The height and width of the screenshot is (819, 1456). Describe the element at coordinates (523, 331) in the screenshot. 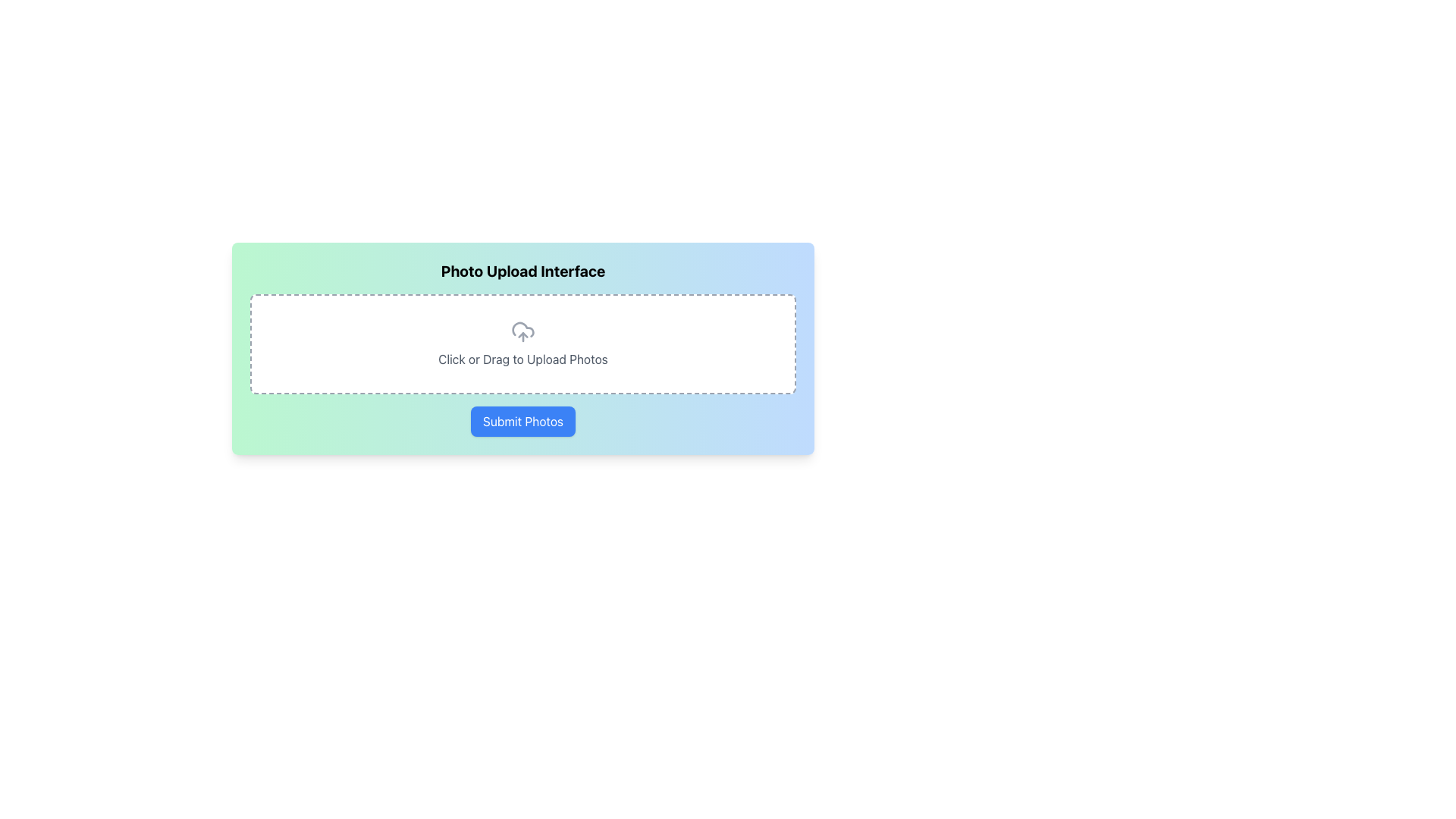

I see `the cloud-shaped upload icon with an upward-pointing arrow, which is located within the dashed-bordered rectangle labeled 'Click or Drag to Upload Photos'` at that location.